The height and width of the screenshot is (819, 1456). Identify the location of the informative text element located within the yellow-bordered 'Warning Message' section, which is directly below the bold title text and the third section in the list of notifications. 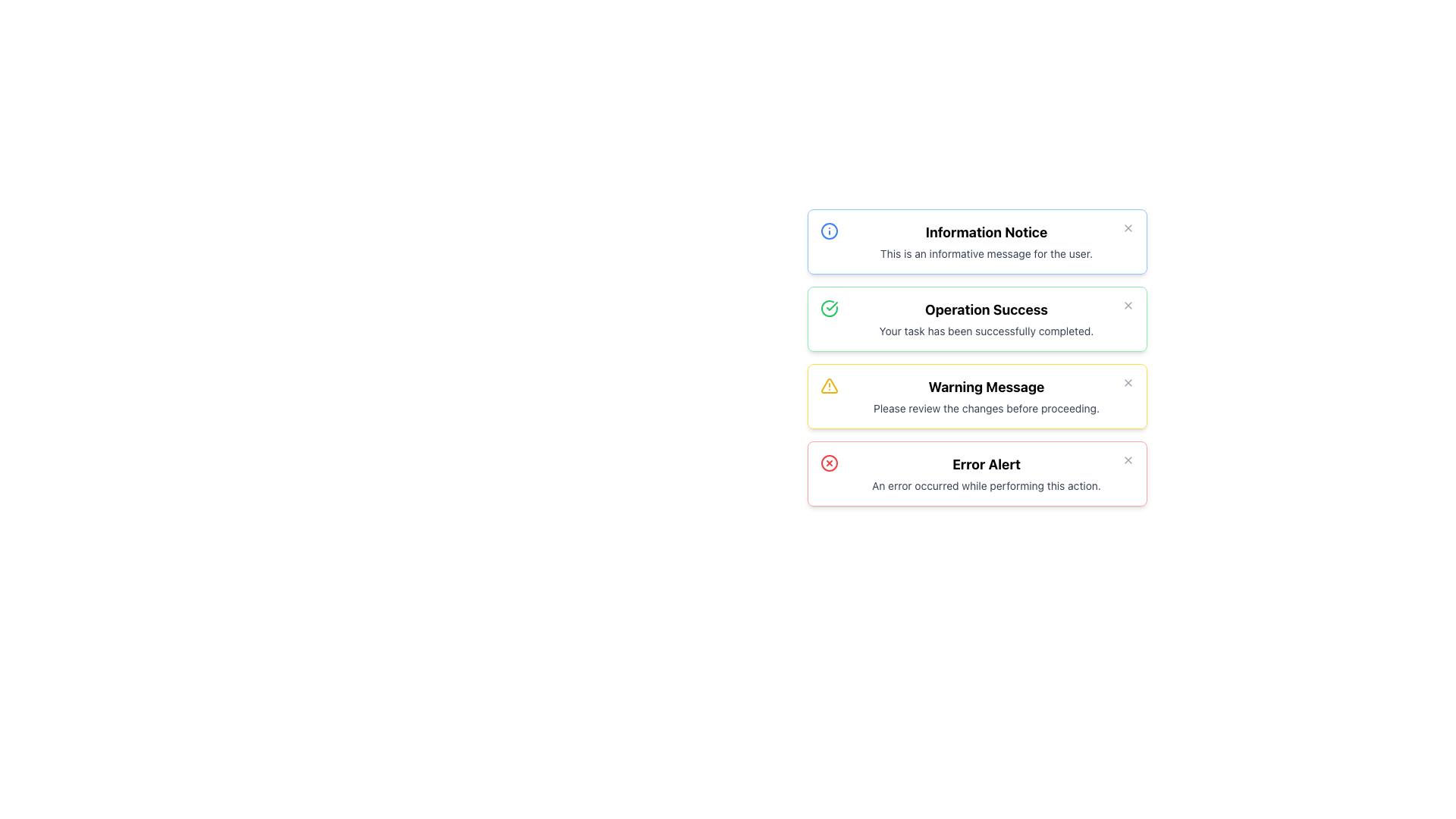
(986, 408).